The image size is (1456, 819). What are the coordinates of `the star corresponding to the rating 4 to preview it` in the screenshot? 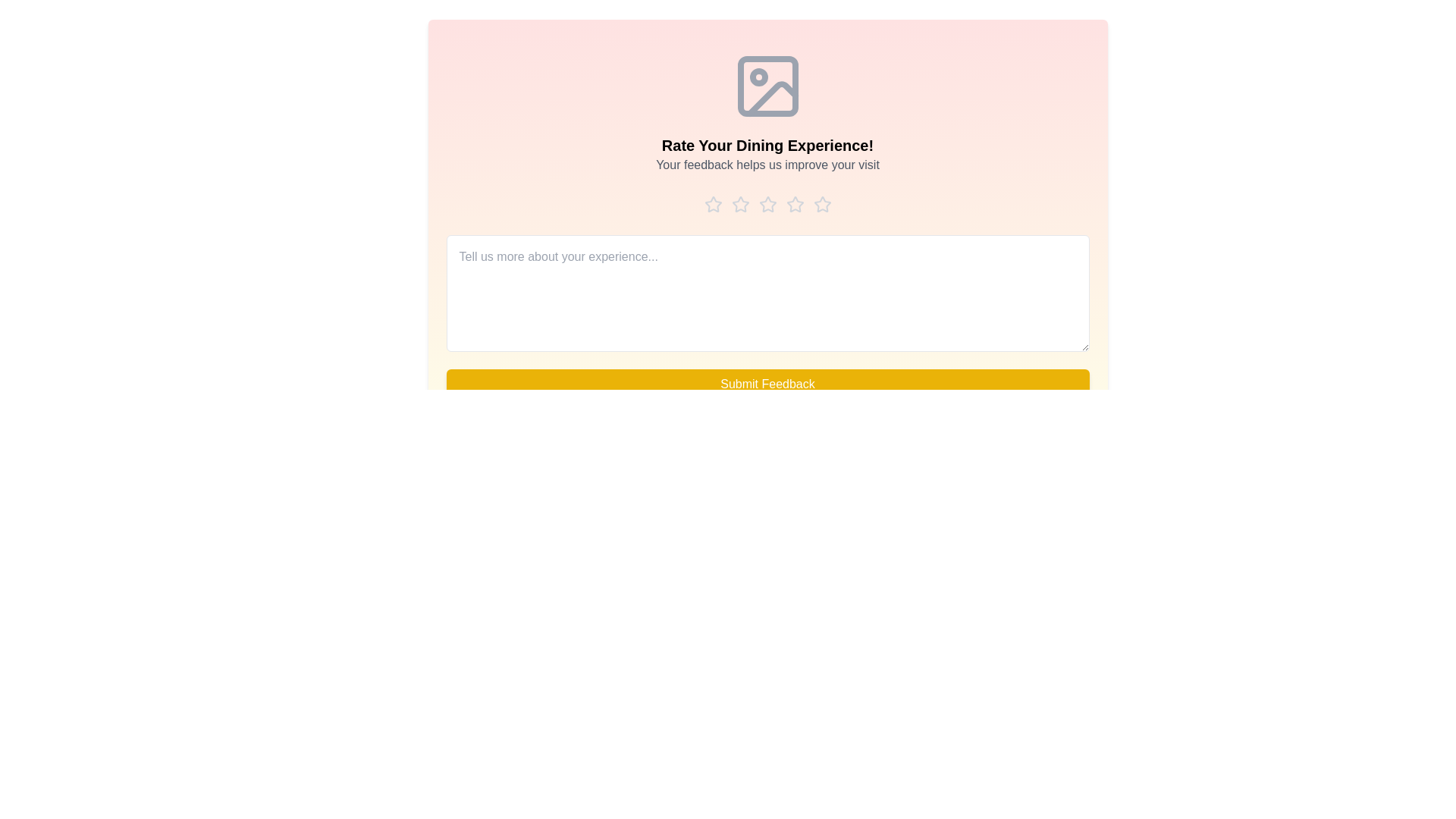 It's located at (794, 205).